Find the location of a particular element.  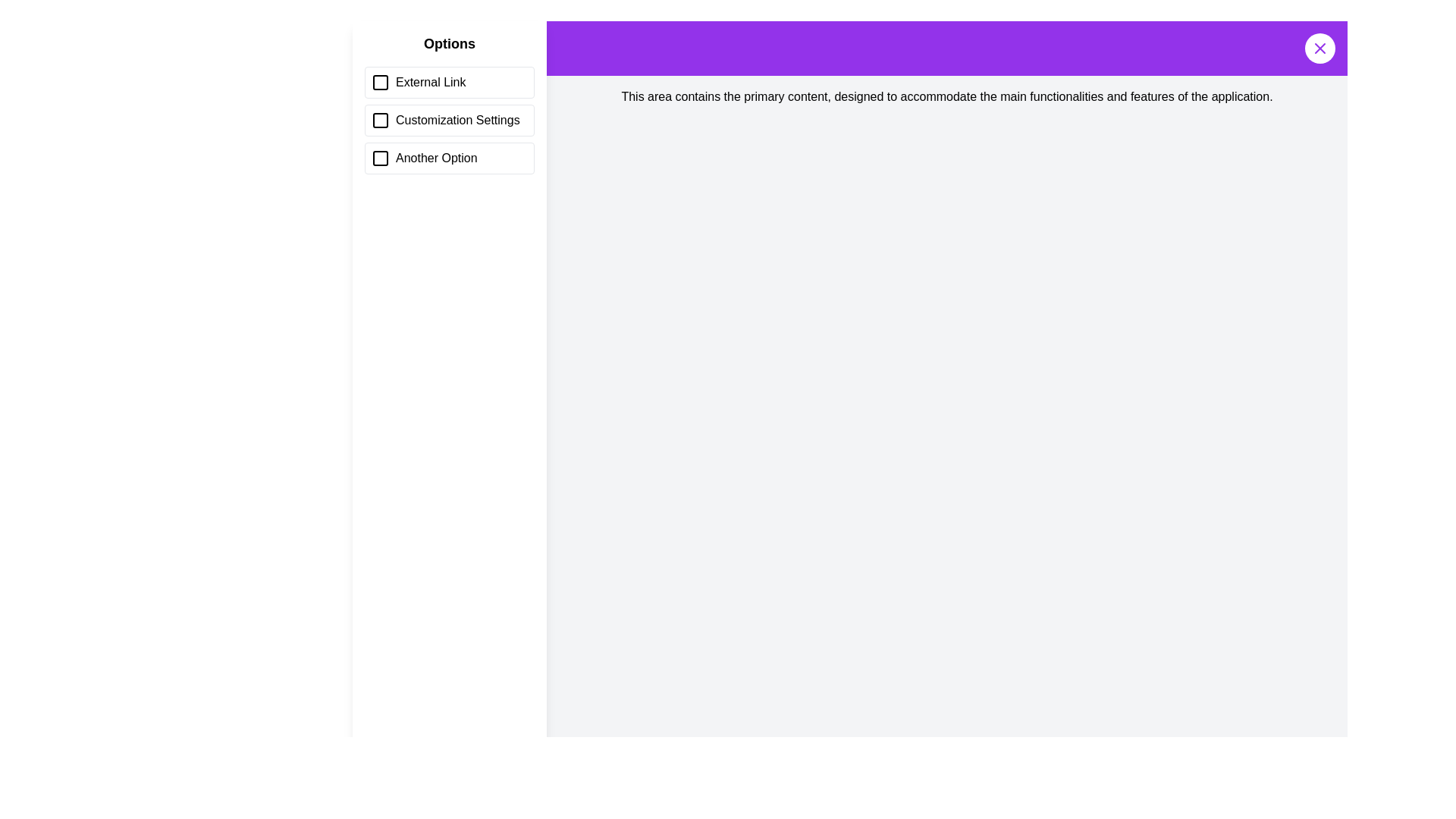

the third button with a checkbox icon located under the 'Options' menu is located at coordinates (449, 158).